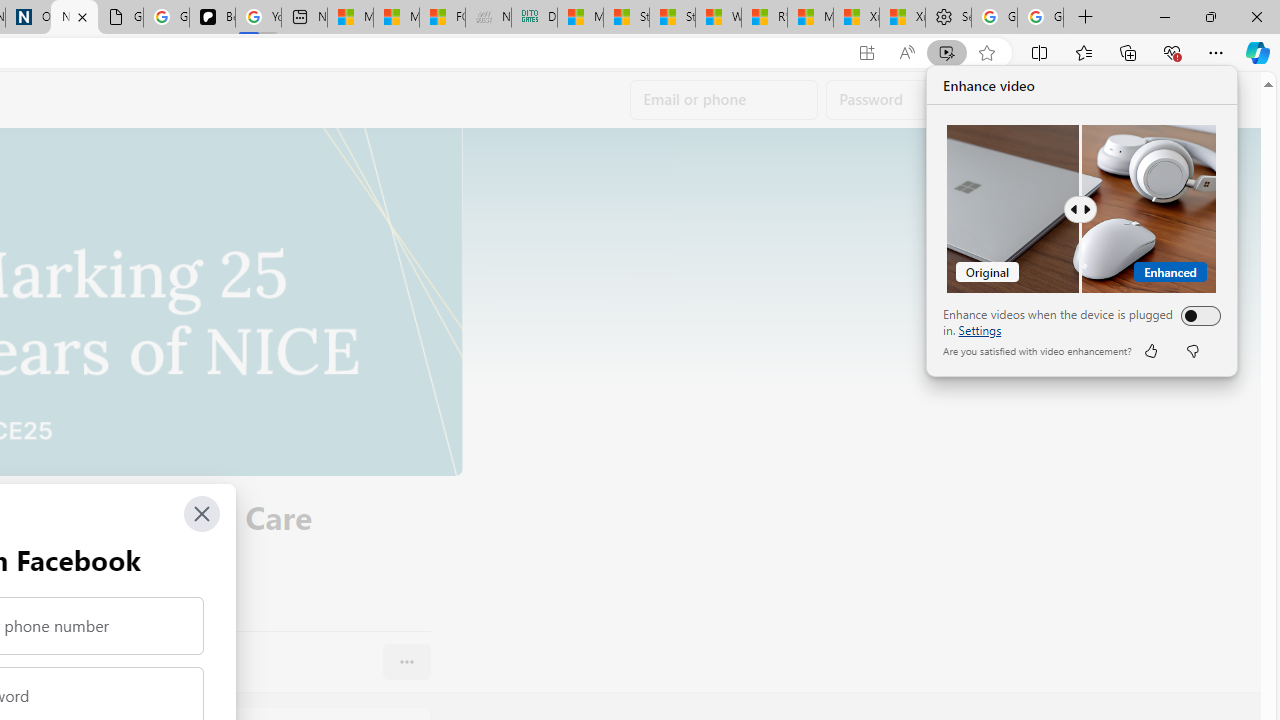 The width and height of the screenshot is (1280, 720). What do you see at coordinates (1192, 350) in the screenshot?
I see `'dislike'` at bounding box center [1192, 350].